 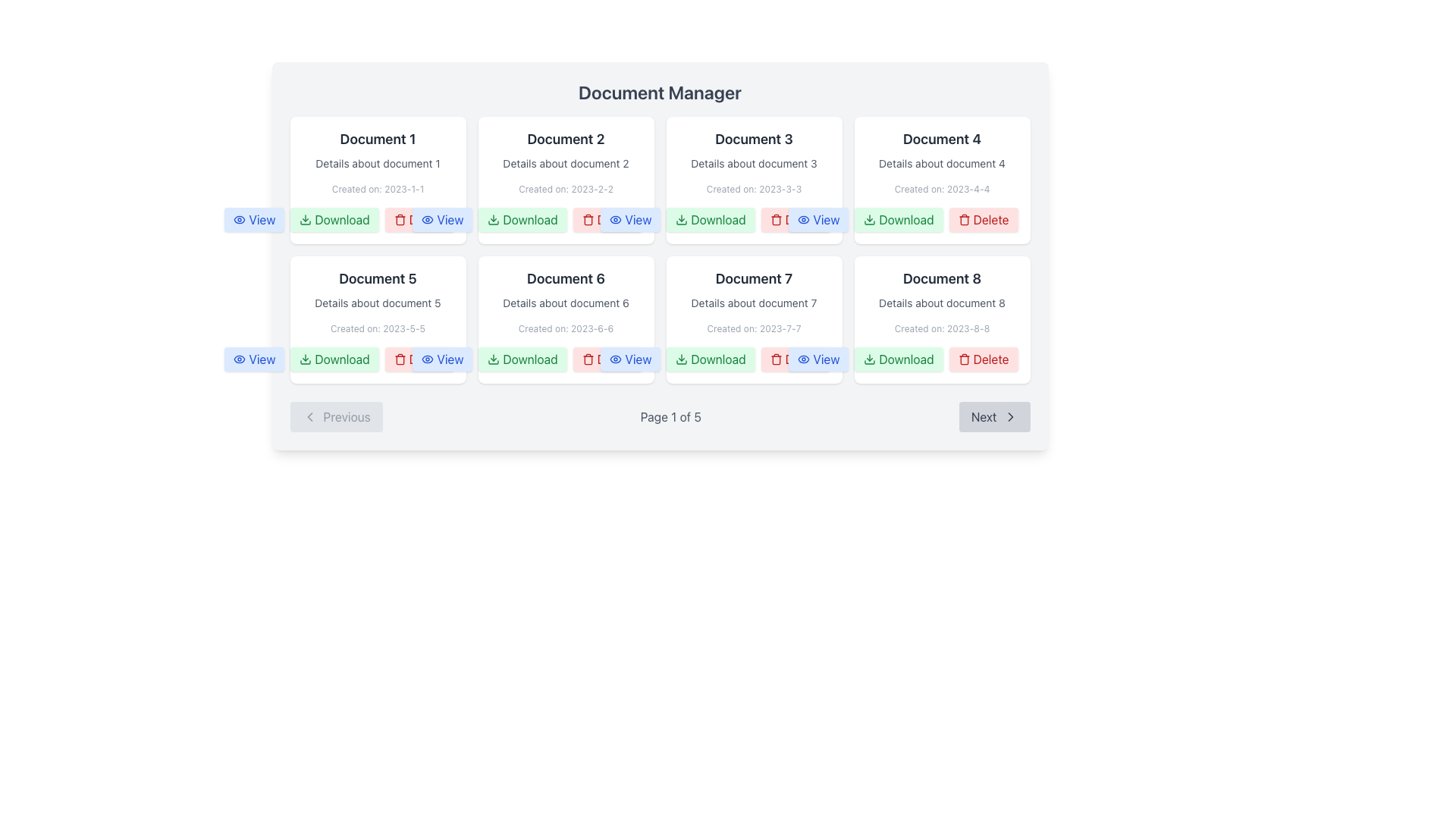 What do you see at coordinates (963, 219) in the screenshot?
I see `the red trash can icon inside the 'Delete' button` at bounding box center [963, 219].